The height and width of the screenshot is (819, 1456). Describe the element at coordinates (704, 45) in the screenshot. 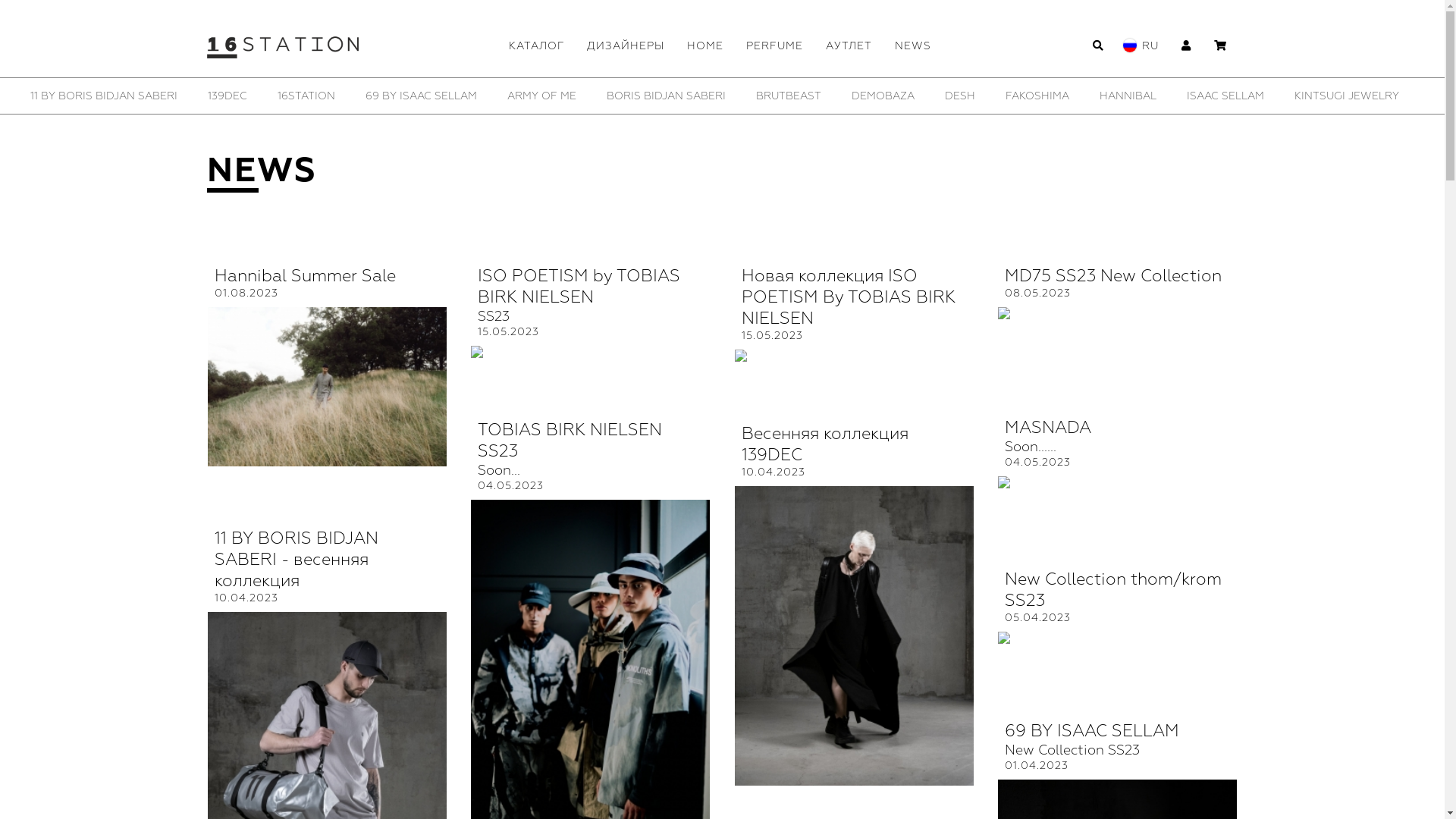

I see `'HOME'` at that location.